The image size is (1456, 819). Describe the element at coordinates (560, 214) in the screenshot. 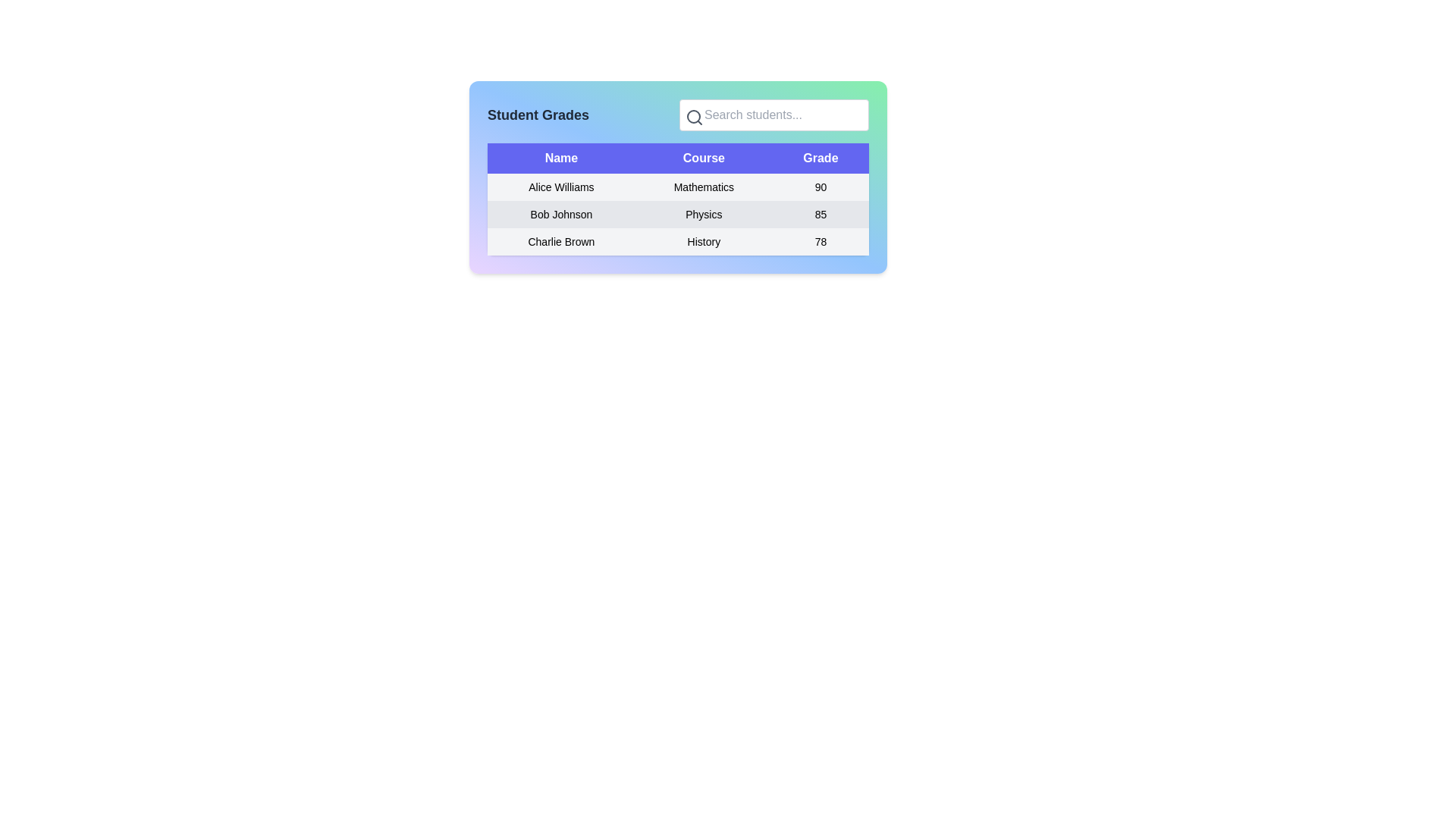

I see `the text label displaying 'Bob Johnson' in the 'Name' column of the student grade table, which is located in the second row, directly to the left of the 'Physics' cell` at that location.